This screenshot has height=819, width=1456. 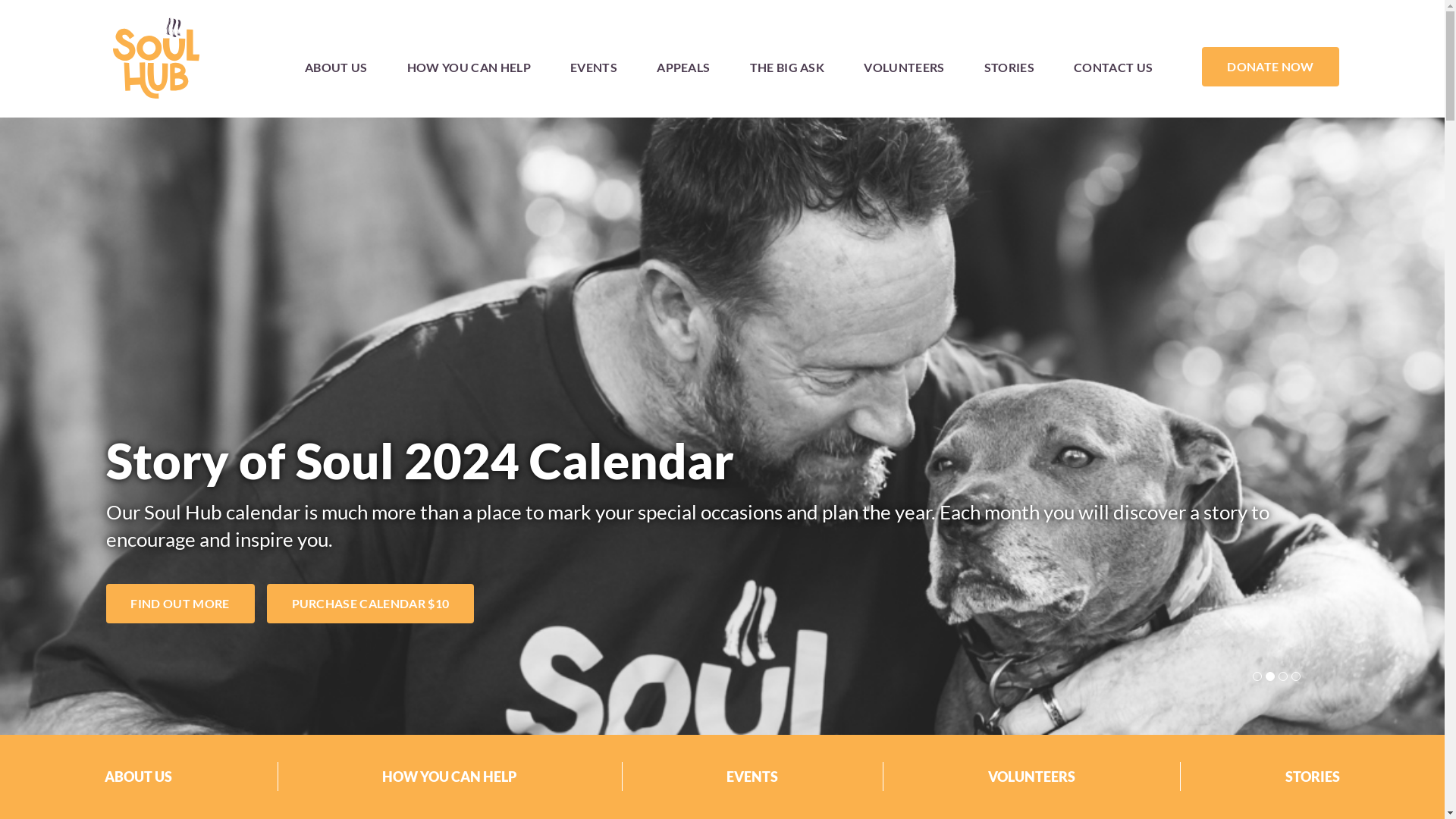 What do you see at coordinates (682, 65) in the screenshot?
I see `'APPEALS'` at bounding box center [682, 65].